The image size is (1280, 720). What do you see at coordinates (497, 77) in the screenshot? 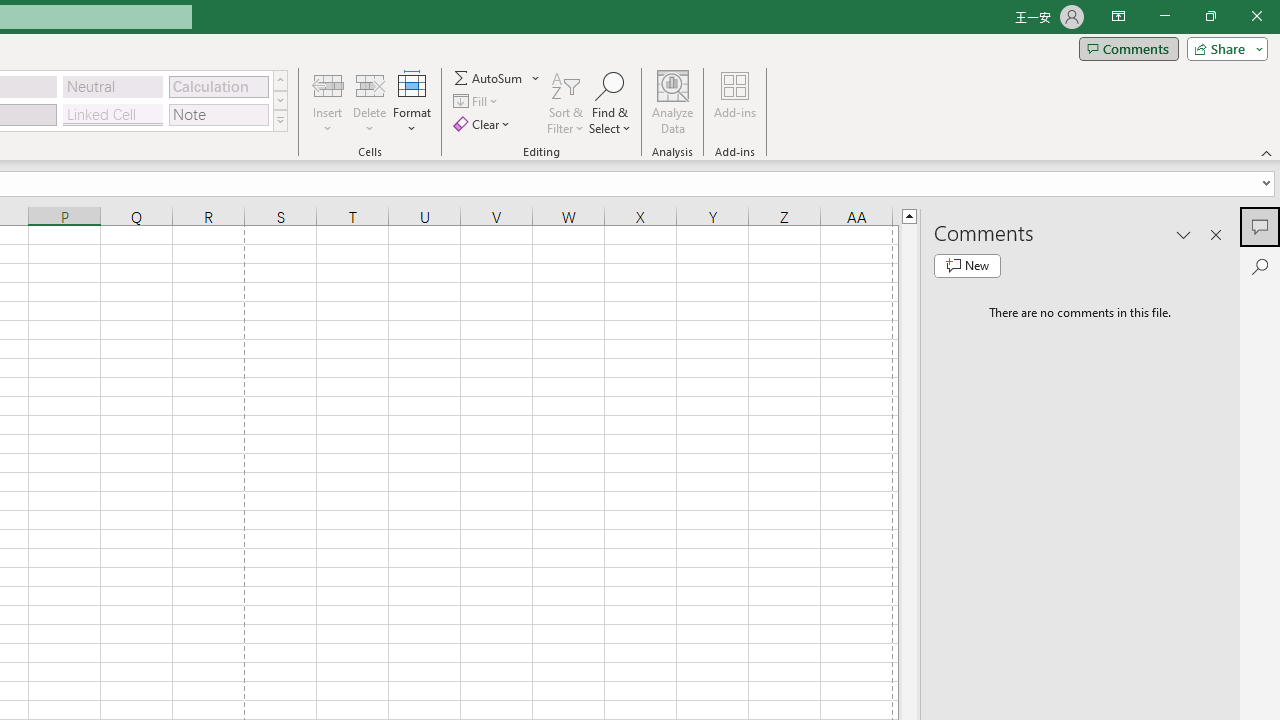
I see `'AutoSum'` at bounding box center [497, 77].